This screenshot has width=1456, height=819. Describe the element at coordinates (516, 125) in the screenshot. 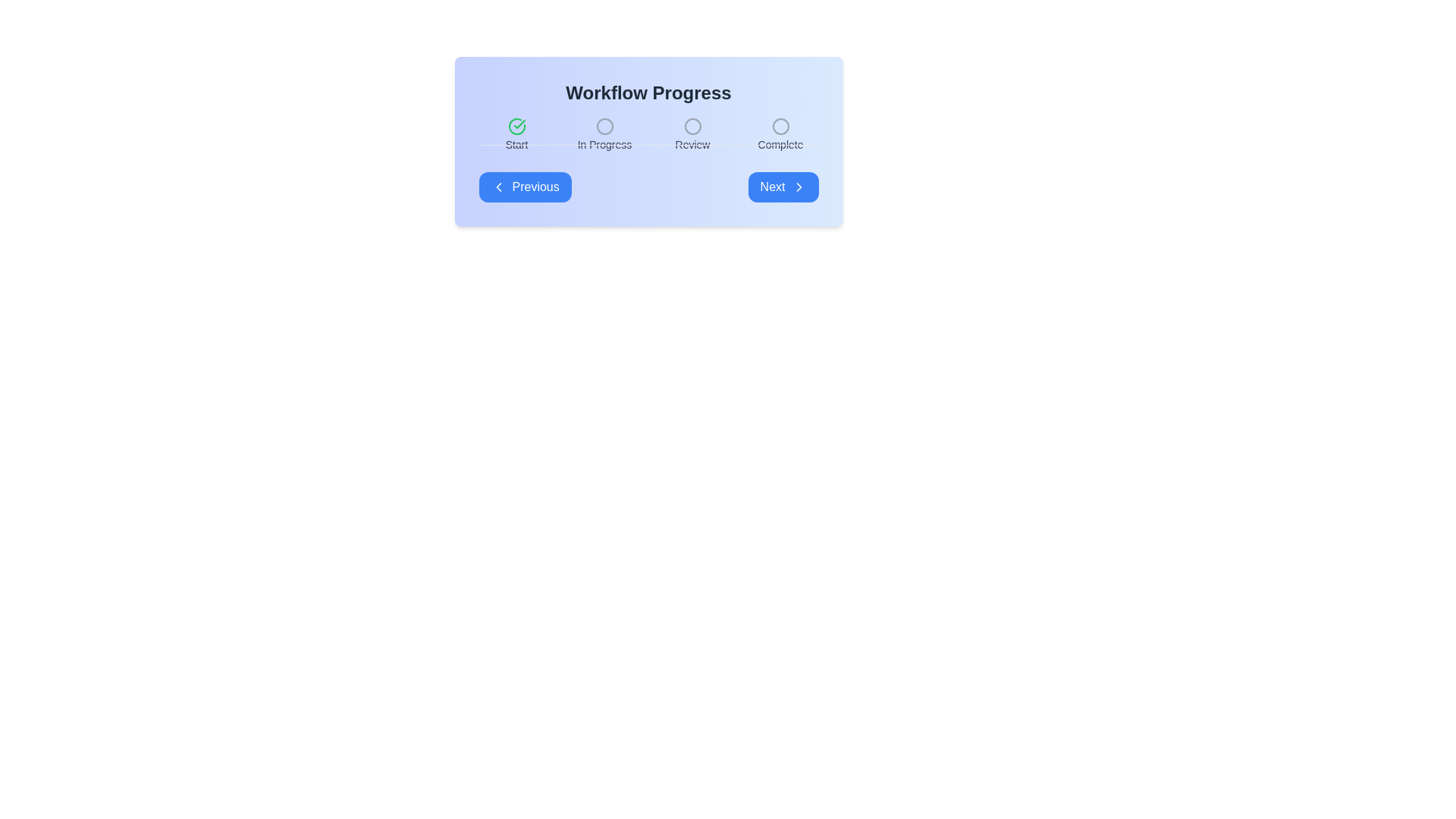

I see `the green 'Start' stage icon located at the leftmost position in the workflow progression area, which indicates that the stage is complete or active` at that location.